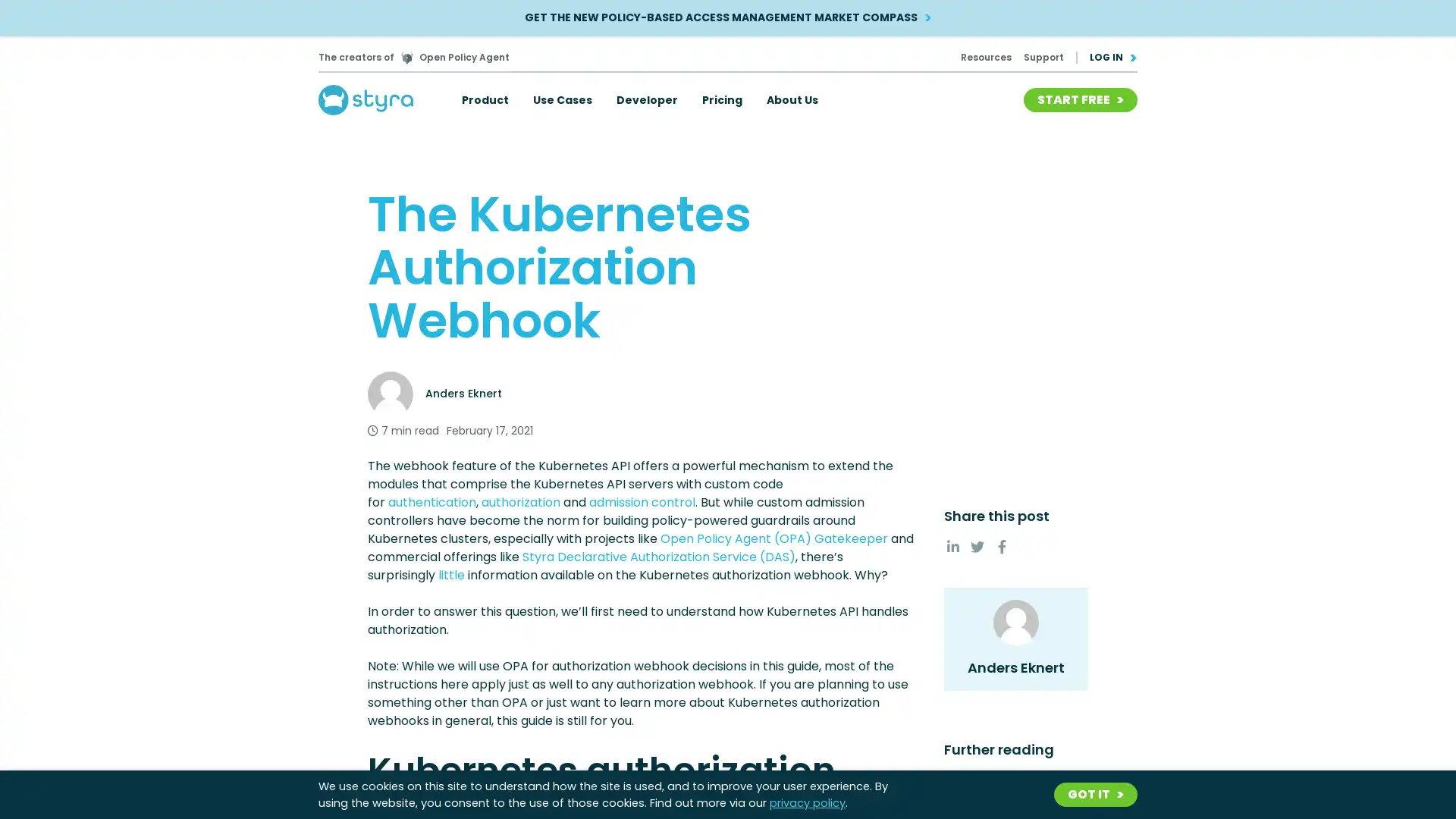  Describe the element at coordinates (1095, 794) in the screenshot. I see `GOT IT >` at that location.